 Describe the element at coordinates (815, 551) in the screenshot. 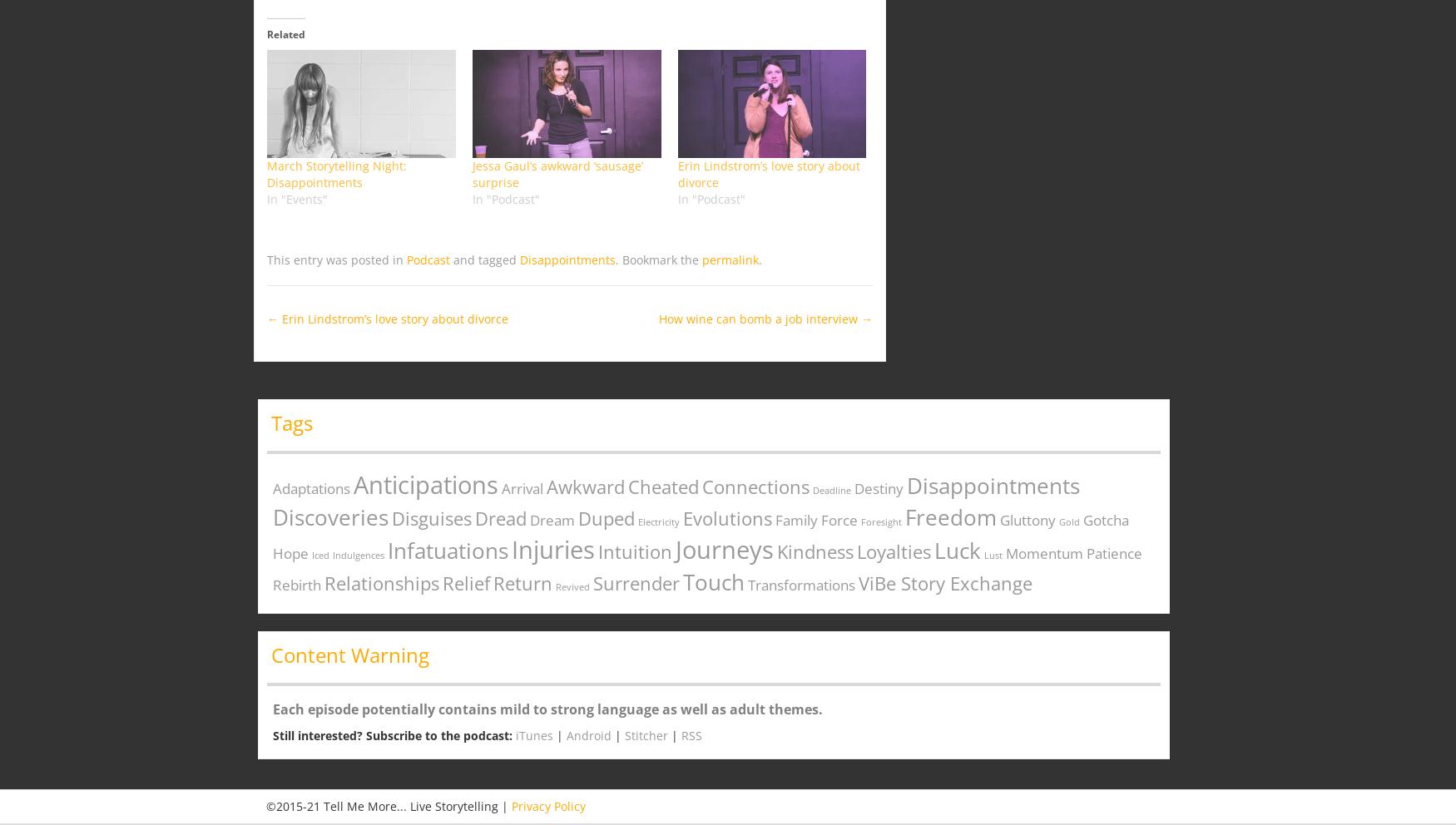

I see `'Kindness'` at that location.